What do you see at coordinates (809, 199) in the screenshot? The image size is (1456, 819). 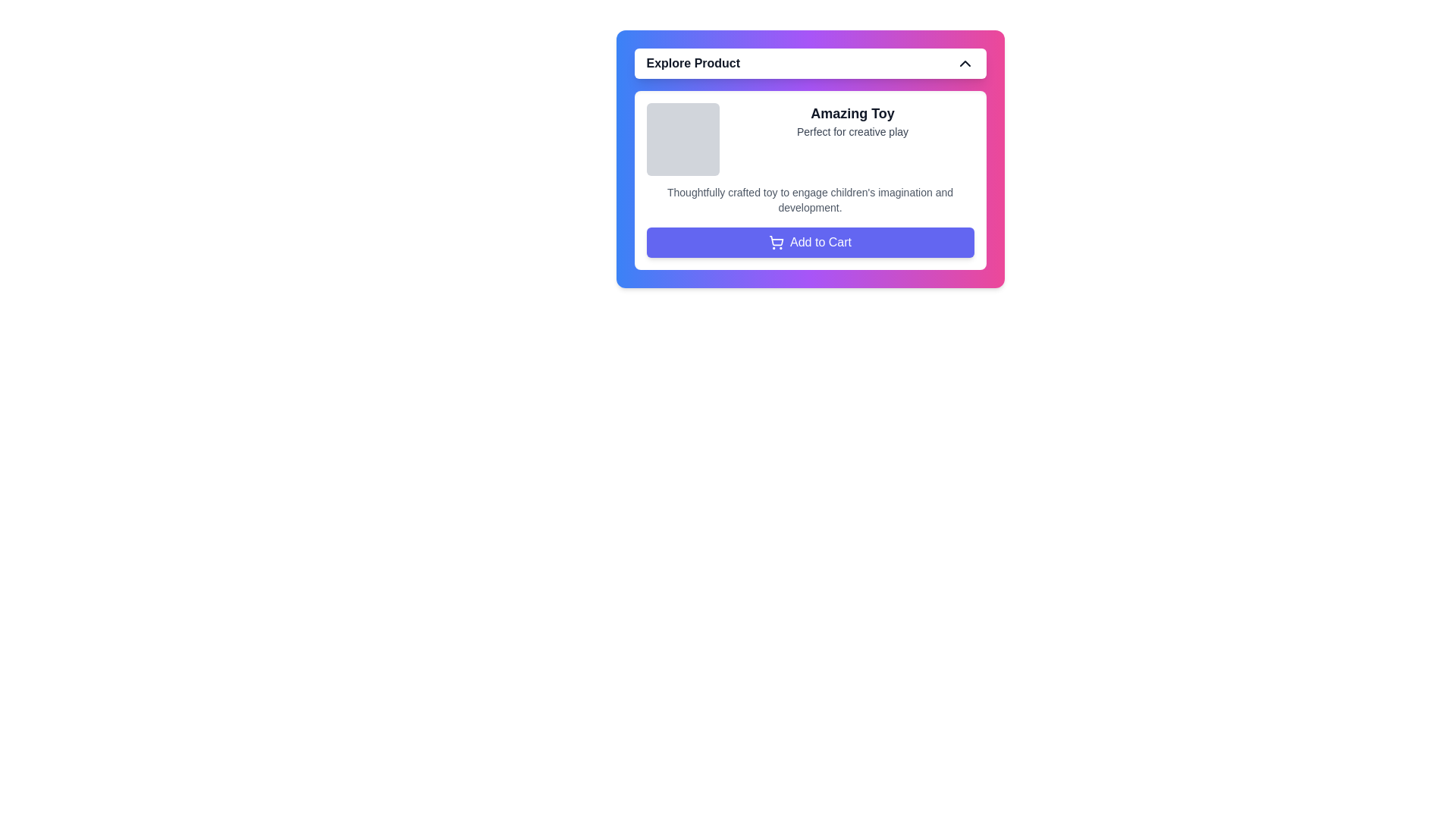 I see `the text block that describes the product, stating 'Thoughtfully crafted toy to engage children's imagination and development,'` at bounding box center [809, 199].